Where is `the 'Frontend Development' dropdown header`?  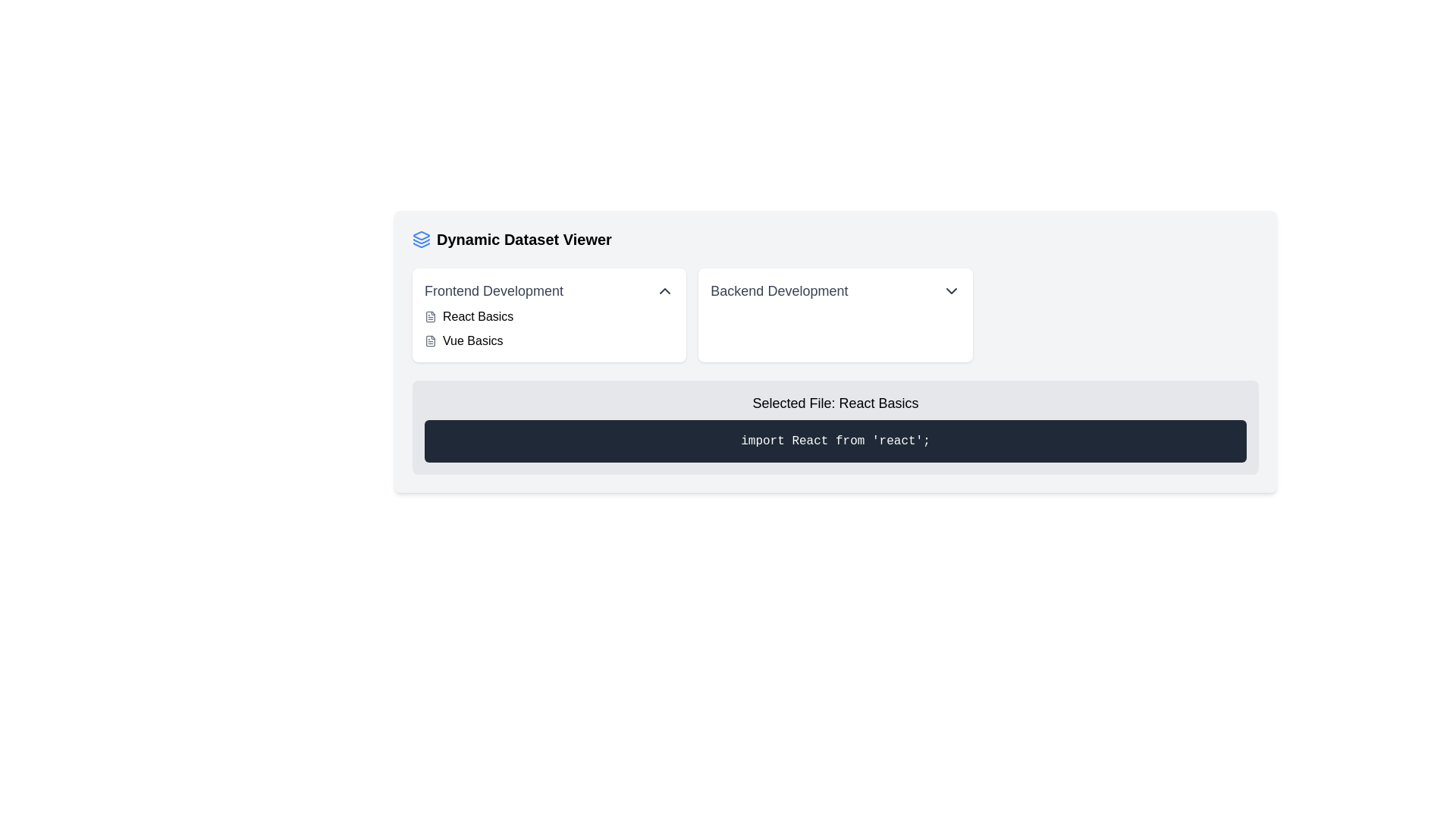
the 'Frontend Development' dropdown header is located at coordinates (548, 291).